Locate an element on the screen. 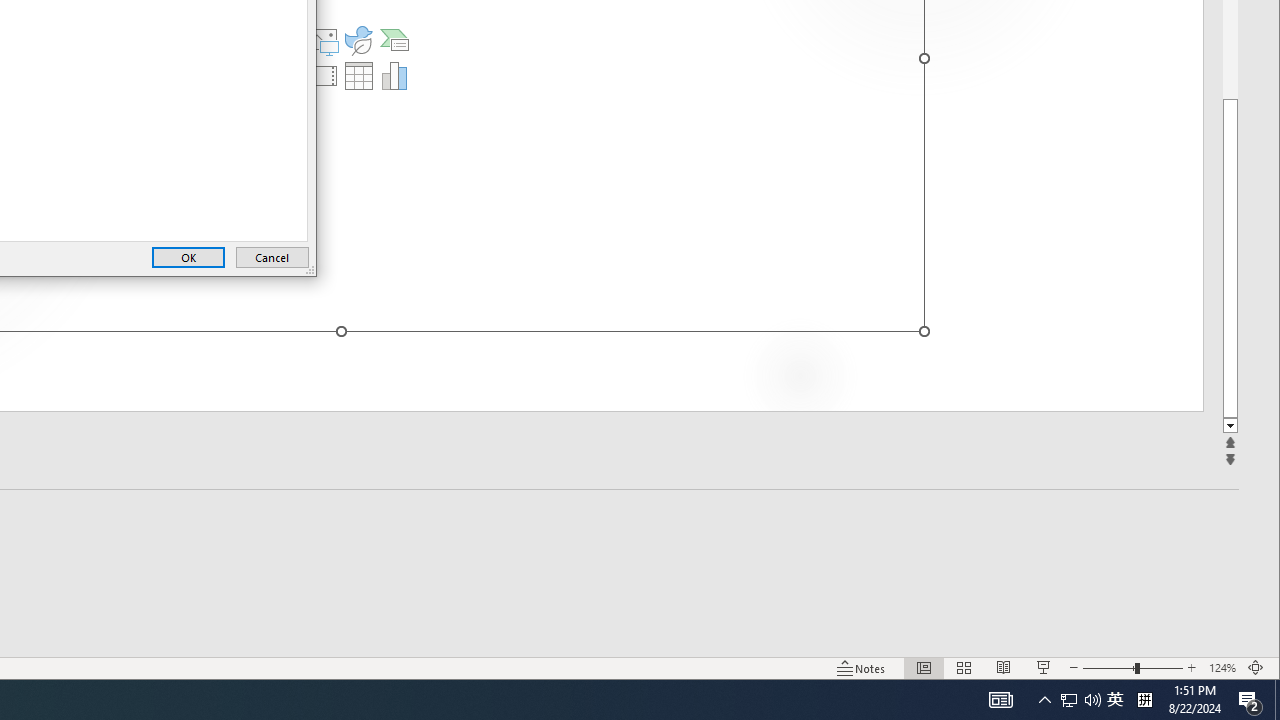  'Insert Chart' is located at coordinates (394, 74).